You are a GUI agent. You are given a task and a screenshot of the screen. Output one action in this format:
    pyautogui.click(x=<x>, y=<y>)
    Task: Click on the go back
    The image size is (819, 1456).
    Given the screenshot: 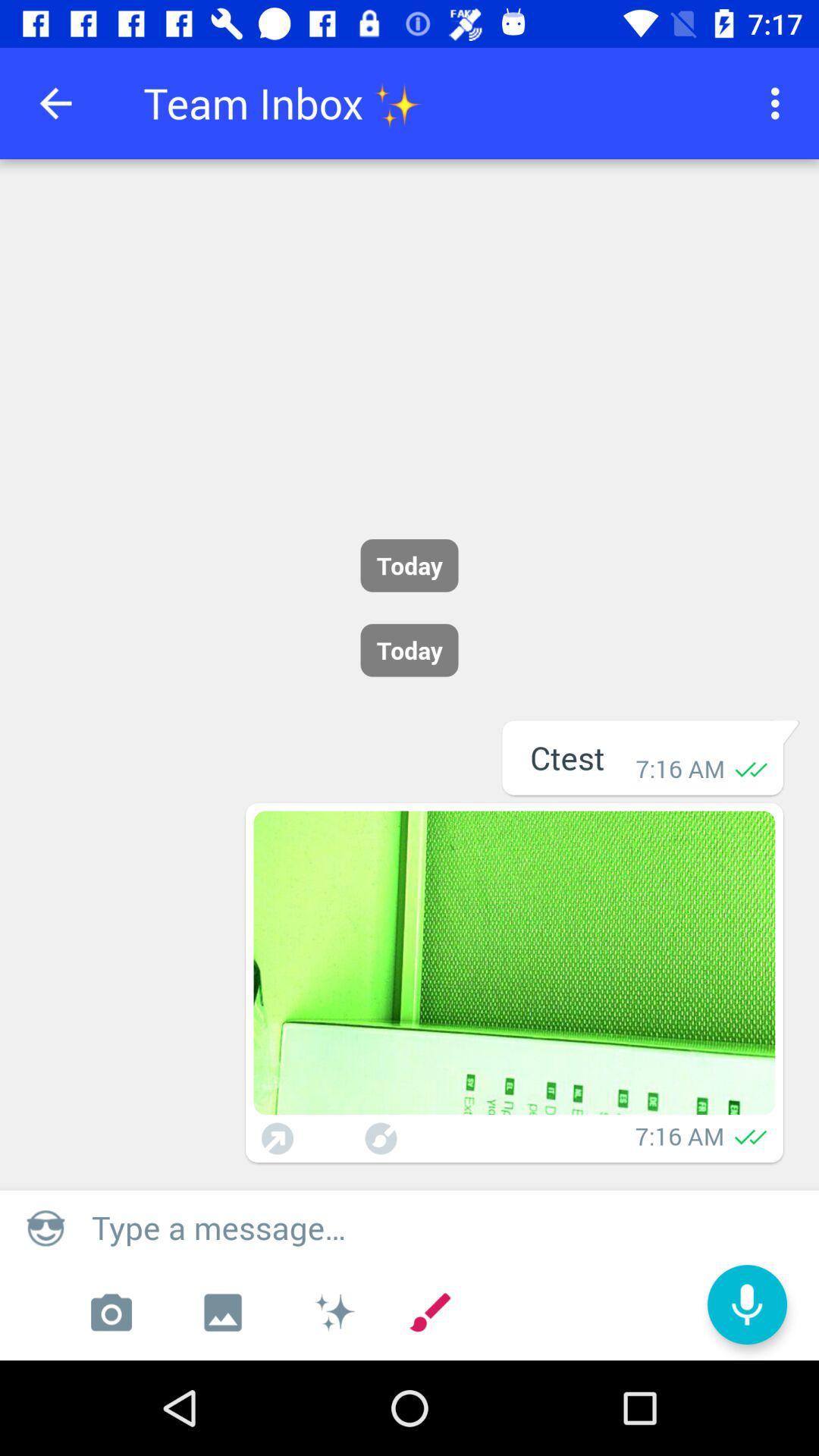 What is the action you would take?
    pyautogui.click(x=55, y=102)
    